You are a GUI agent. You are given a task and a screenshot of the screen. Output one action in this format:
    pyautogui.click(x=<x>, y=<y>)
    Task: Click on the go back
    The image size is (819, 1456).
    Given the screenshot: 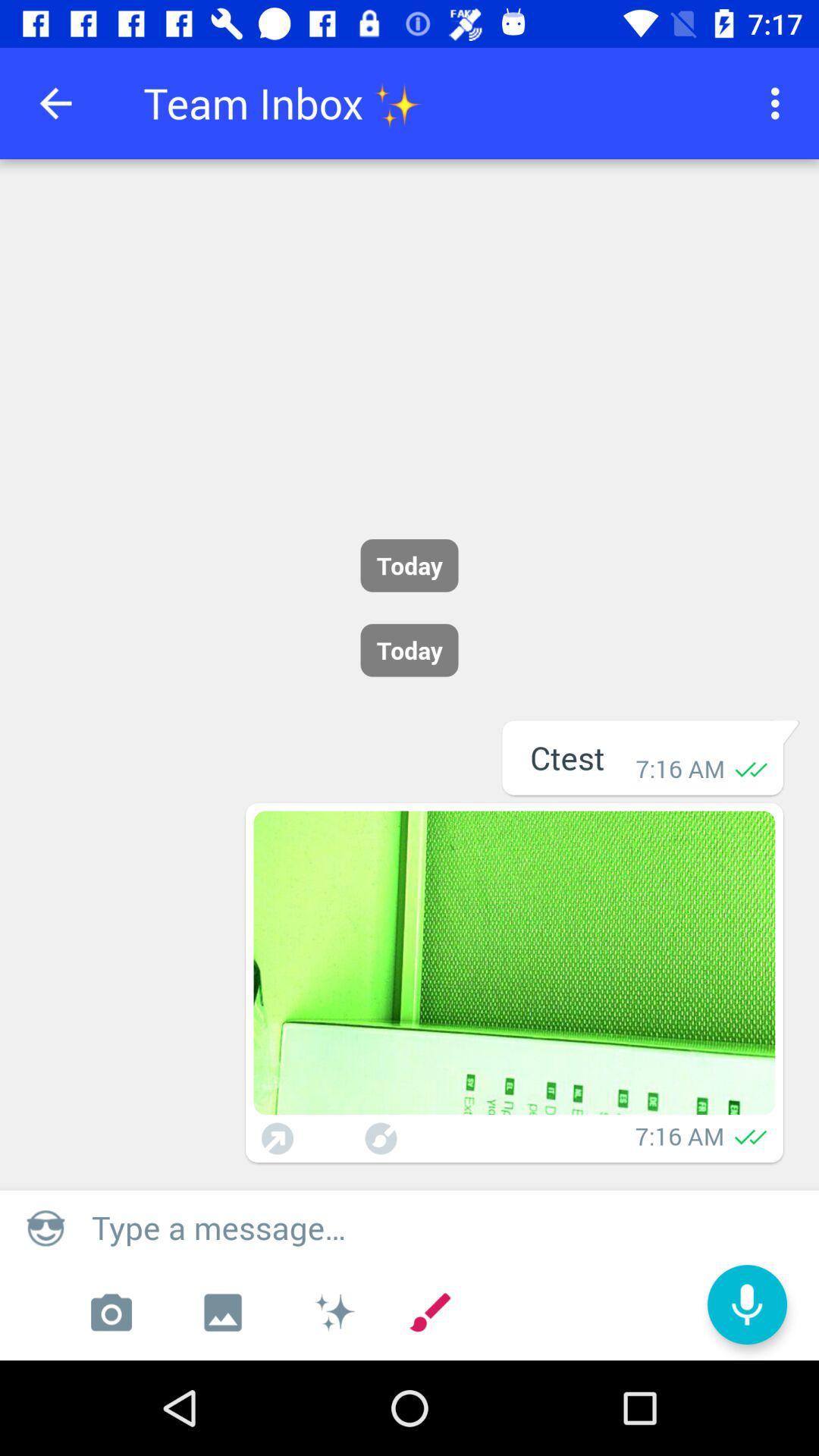 What is the action you would take?
    pyautogui.click(x=55, y=102)
    